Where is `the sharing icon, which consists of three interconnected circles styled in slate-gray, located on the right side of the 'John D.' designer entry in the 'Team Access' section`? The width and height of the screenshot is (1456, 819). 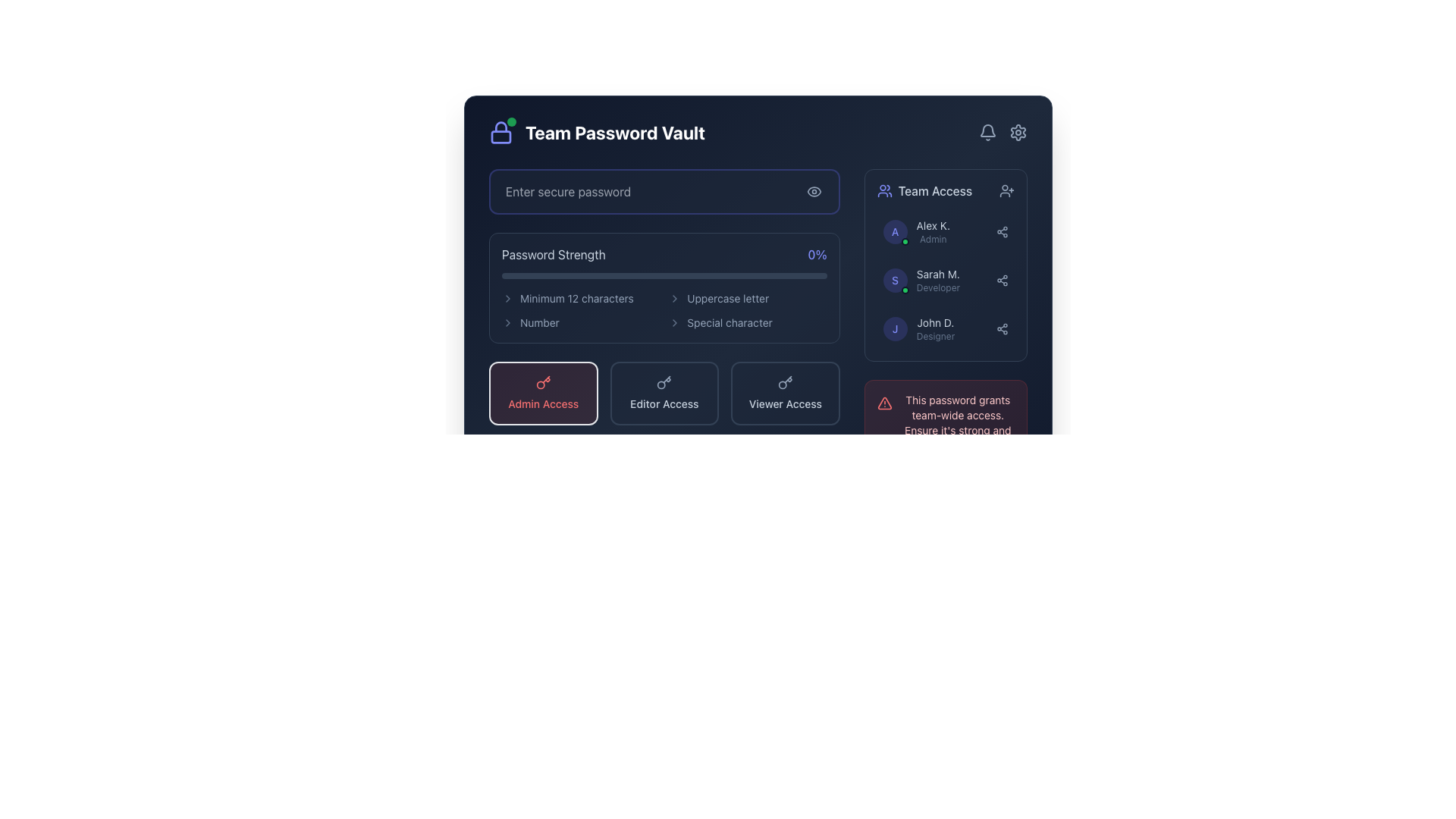
the sharing icon, which consists of three interconnected circles styled in slate-gray, located on the right side of the 'John D.' designer entry in the 'Team Access' section is located at coordinates (1002, 328).